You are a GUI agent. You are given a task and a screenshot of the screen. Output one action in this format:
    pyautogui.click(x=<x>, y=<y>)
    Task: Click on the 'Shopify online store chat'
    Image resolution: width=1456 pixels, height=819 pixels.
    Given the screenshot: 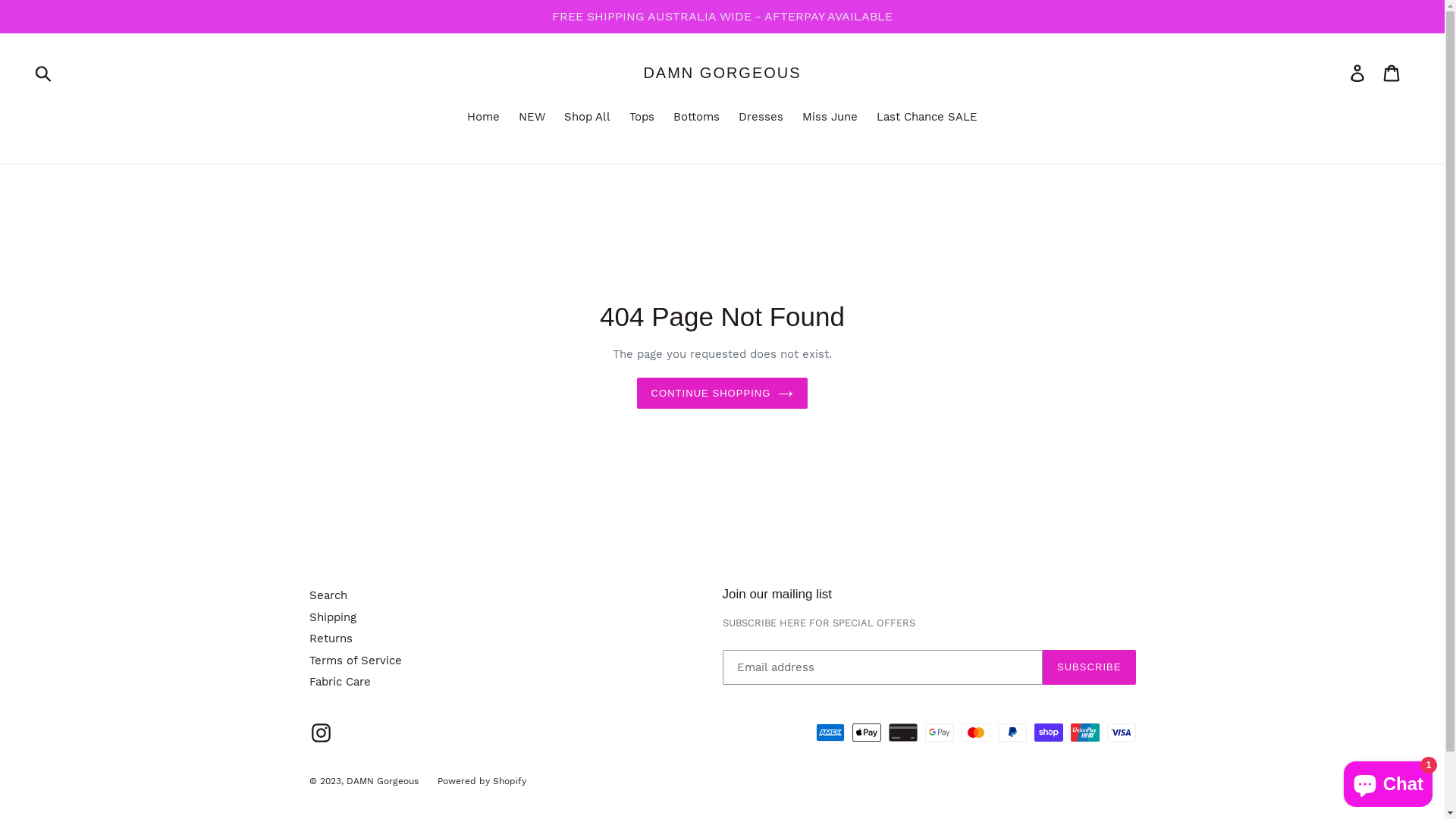 What is the action you would take?
    pyautogui.click(x=1388, y=780)
    